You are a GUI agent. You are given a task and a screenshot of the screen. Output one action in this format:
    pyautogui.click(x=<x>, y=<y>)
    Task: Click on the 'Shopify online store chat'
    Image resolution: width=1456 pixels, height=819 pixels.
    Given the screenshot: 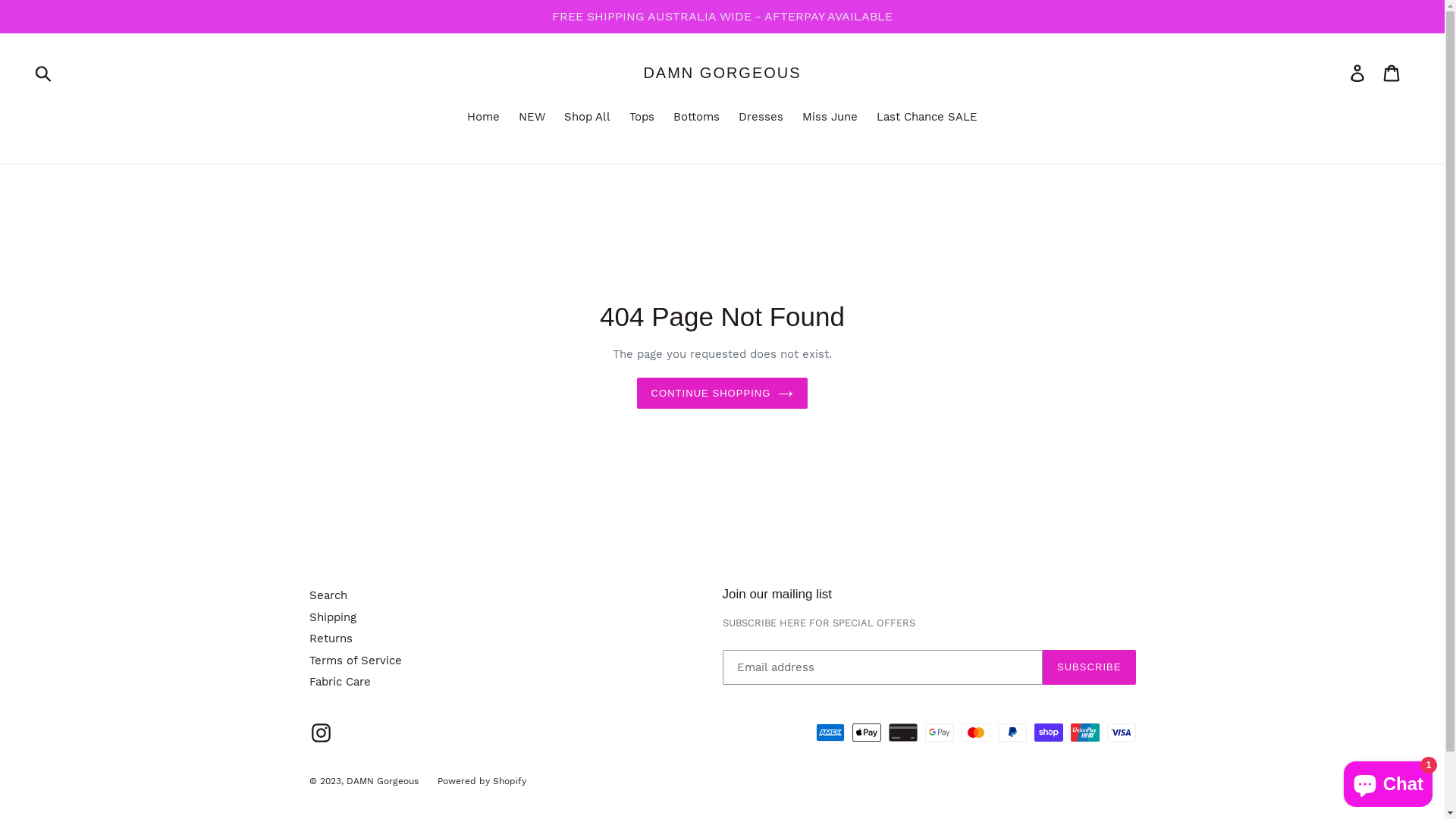 What is the action you would take?
    pyautogui.click(x=1388, y=780)
    